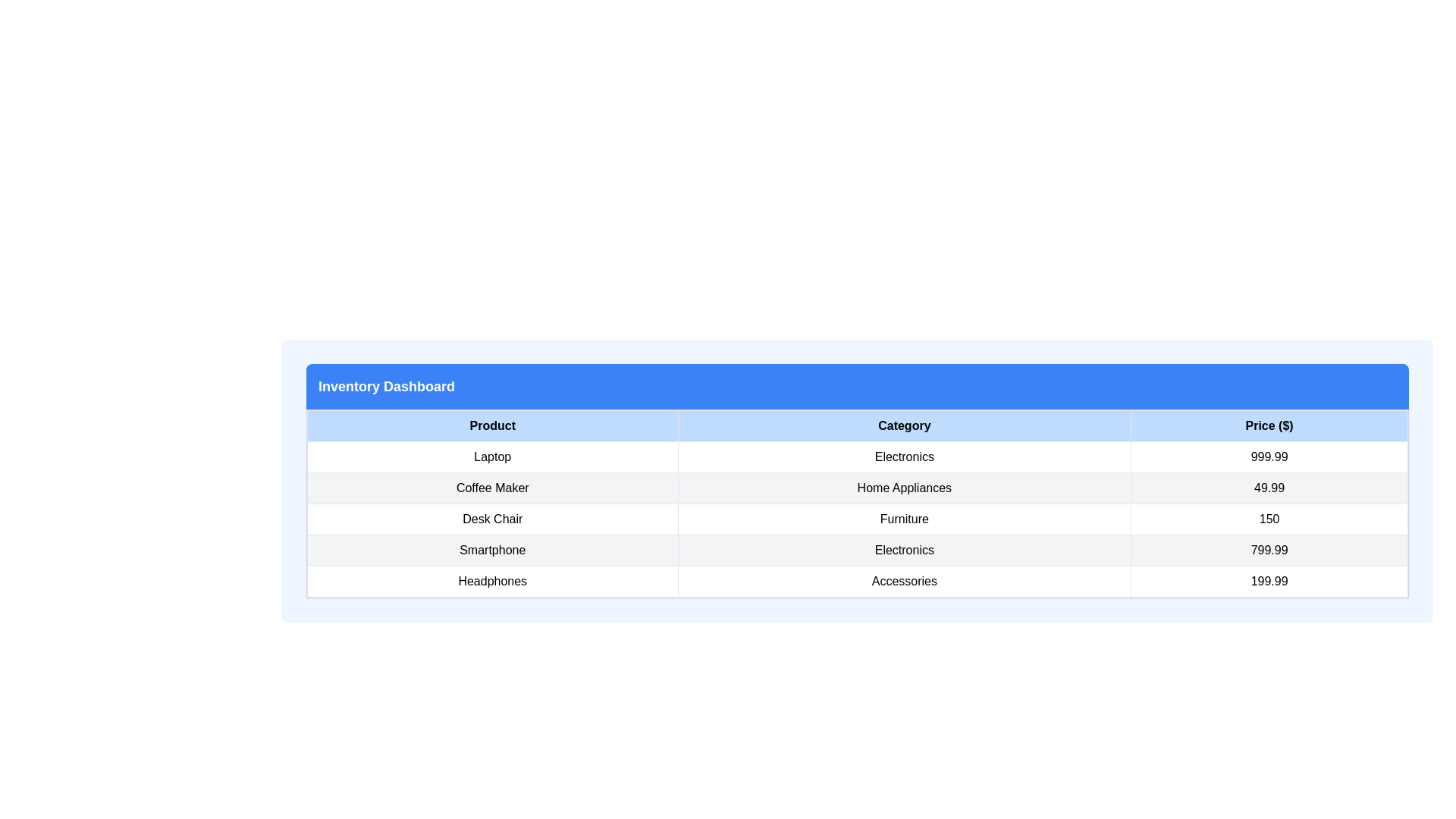 The width and height of the screenshot is (1456, 819). What do you see at coordinates (904, 456) in the screenshot?
I see `the 'Electronics' text label, which is centrally positioned in the 'Category' column of the second row in the table` at bounding box center [904, 456].